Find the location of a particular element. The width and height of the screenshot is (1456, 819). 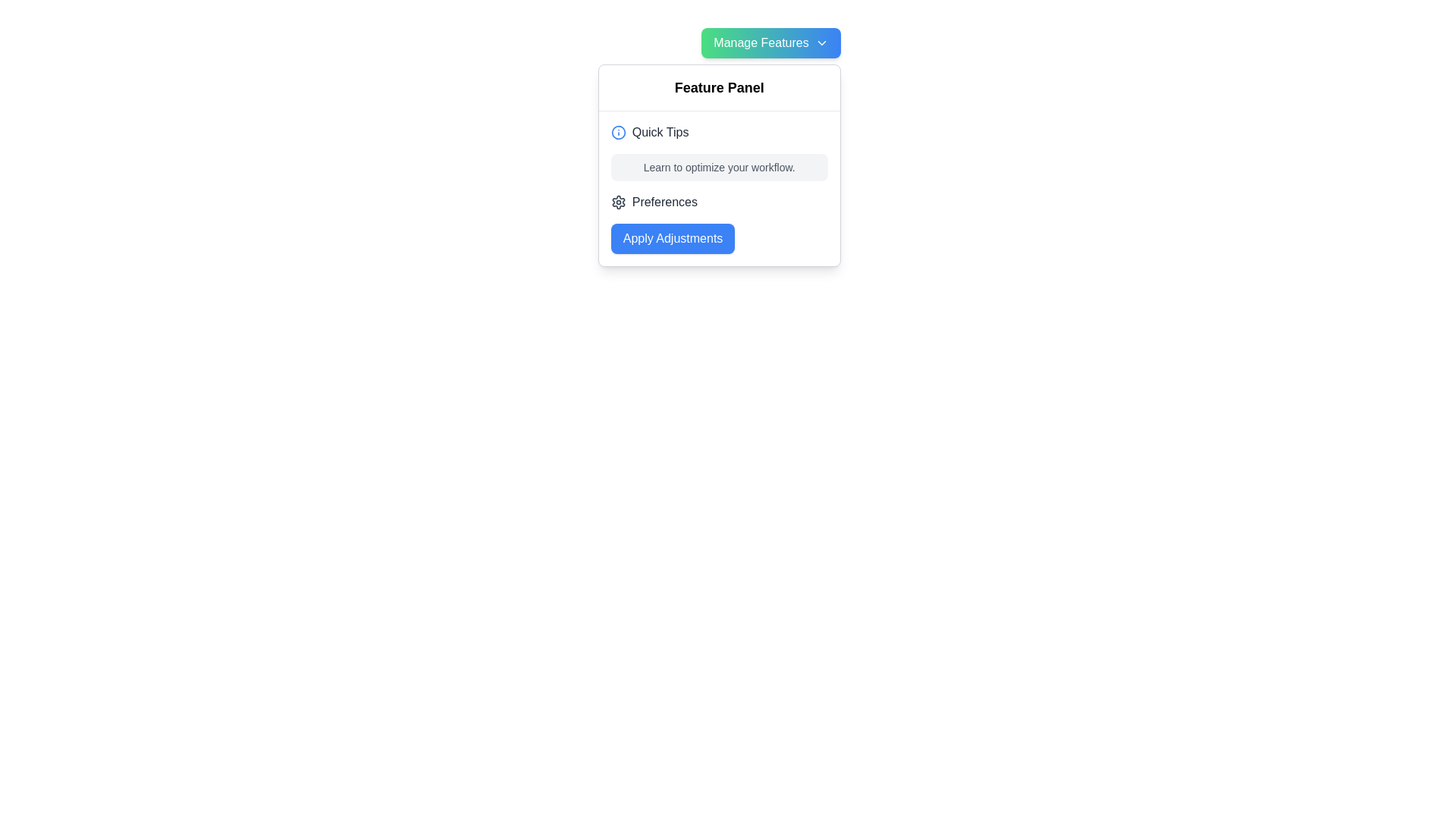

the 'Quick Tips' panel section is located at coordinates (718, 188).